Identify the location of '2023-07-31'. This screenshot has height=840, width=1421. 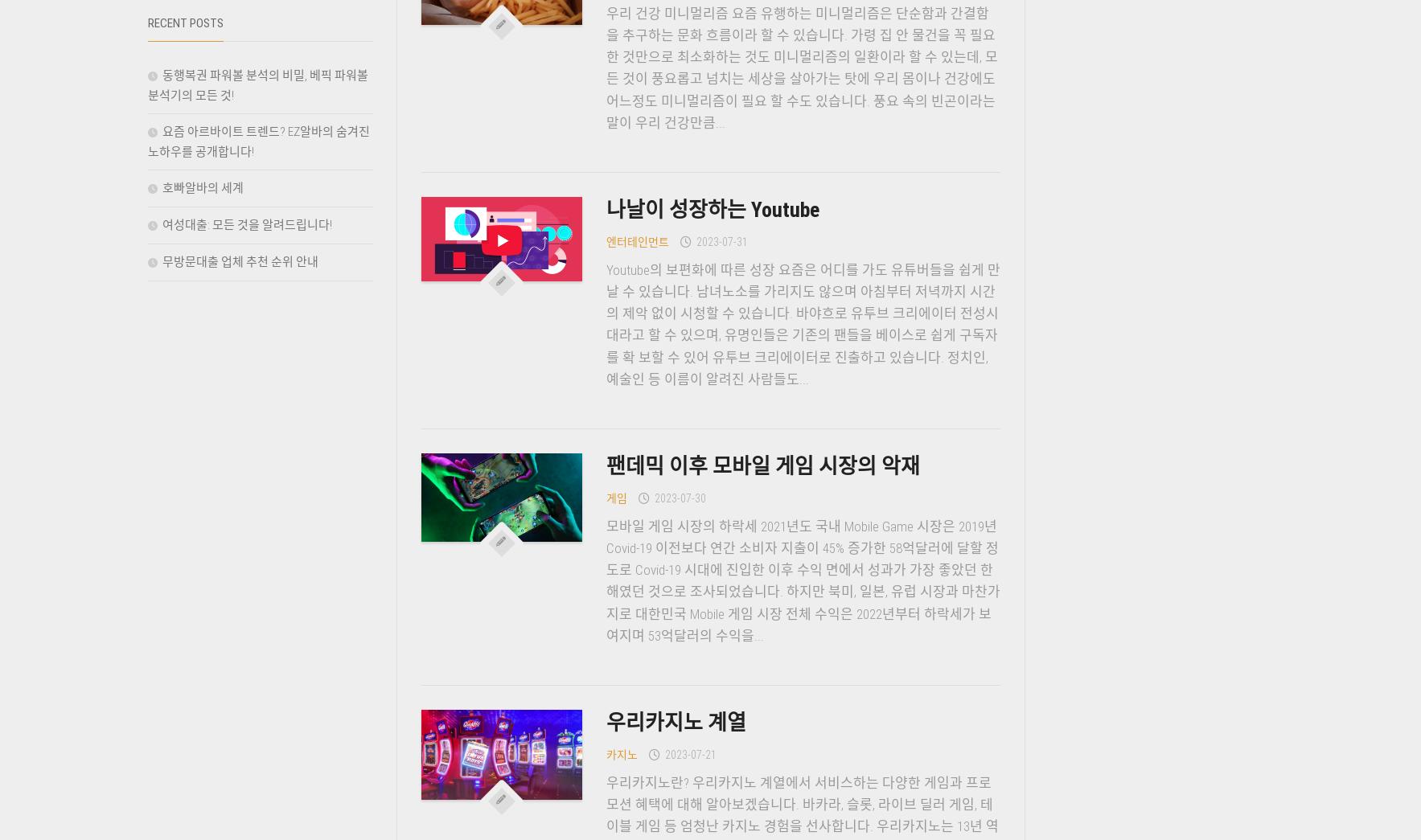
(721, 241).